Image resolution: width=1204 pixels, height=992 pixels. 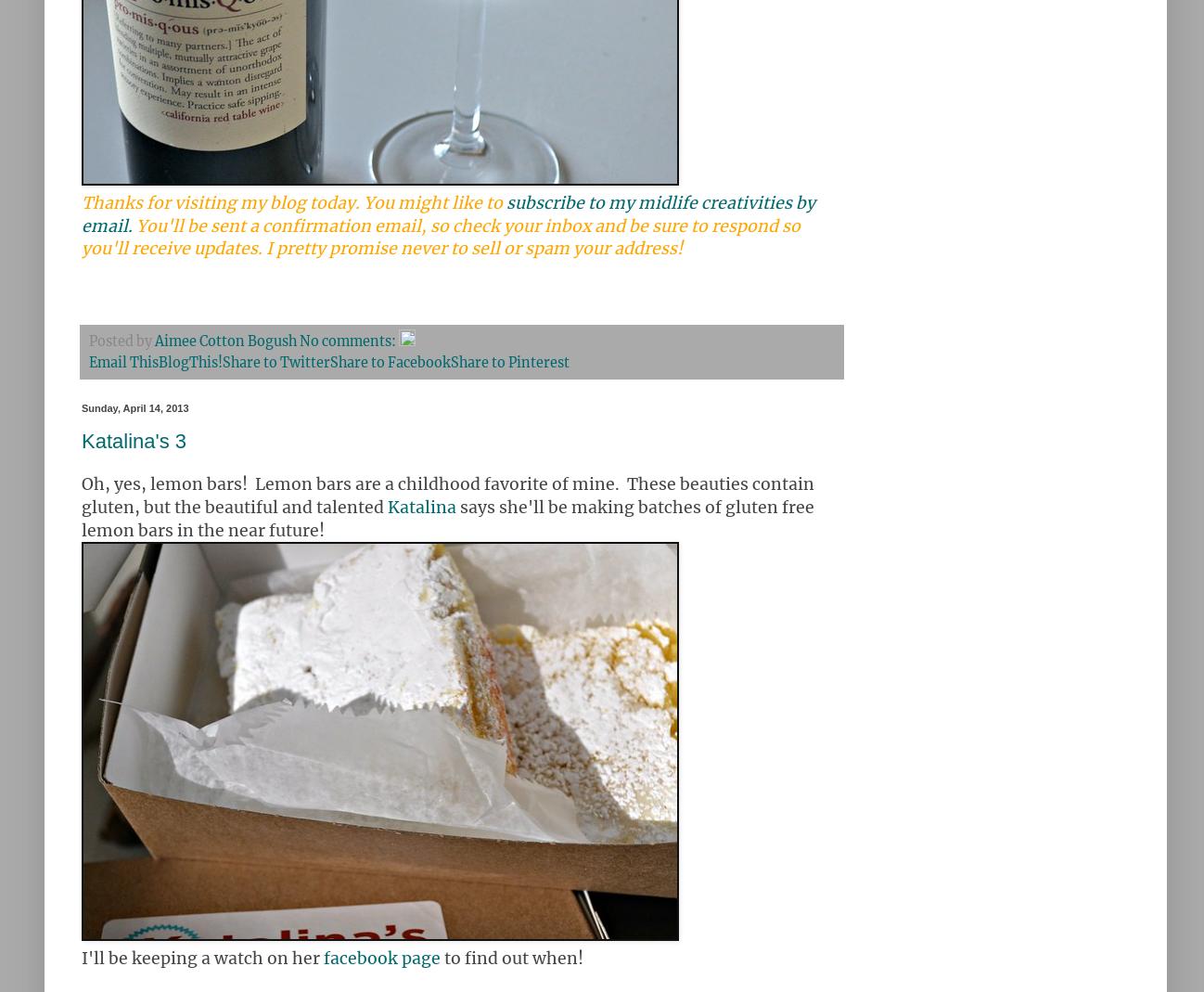 I want to click on 'Thanks for visiting my blog today.  You might like to', so click(x=292, y=202).